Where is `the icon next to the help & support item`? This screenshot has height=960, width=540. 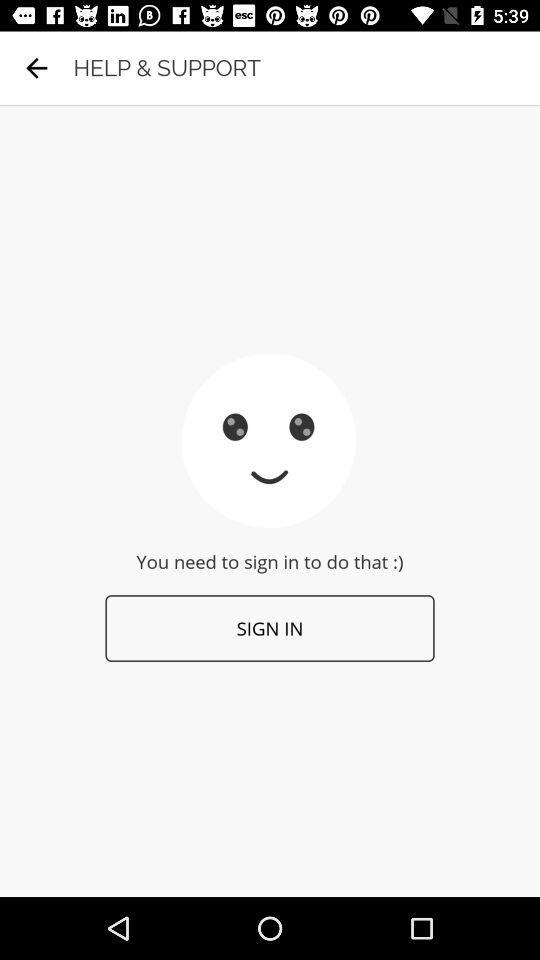
the icon next to the help & support item is located at coordinates (36, 68).